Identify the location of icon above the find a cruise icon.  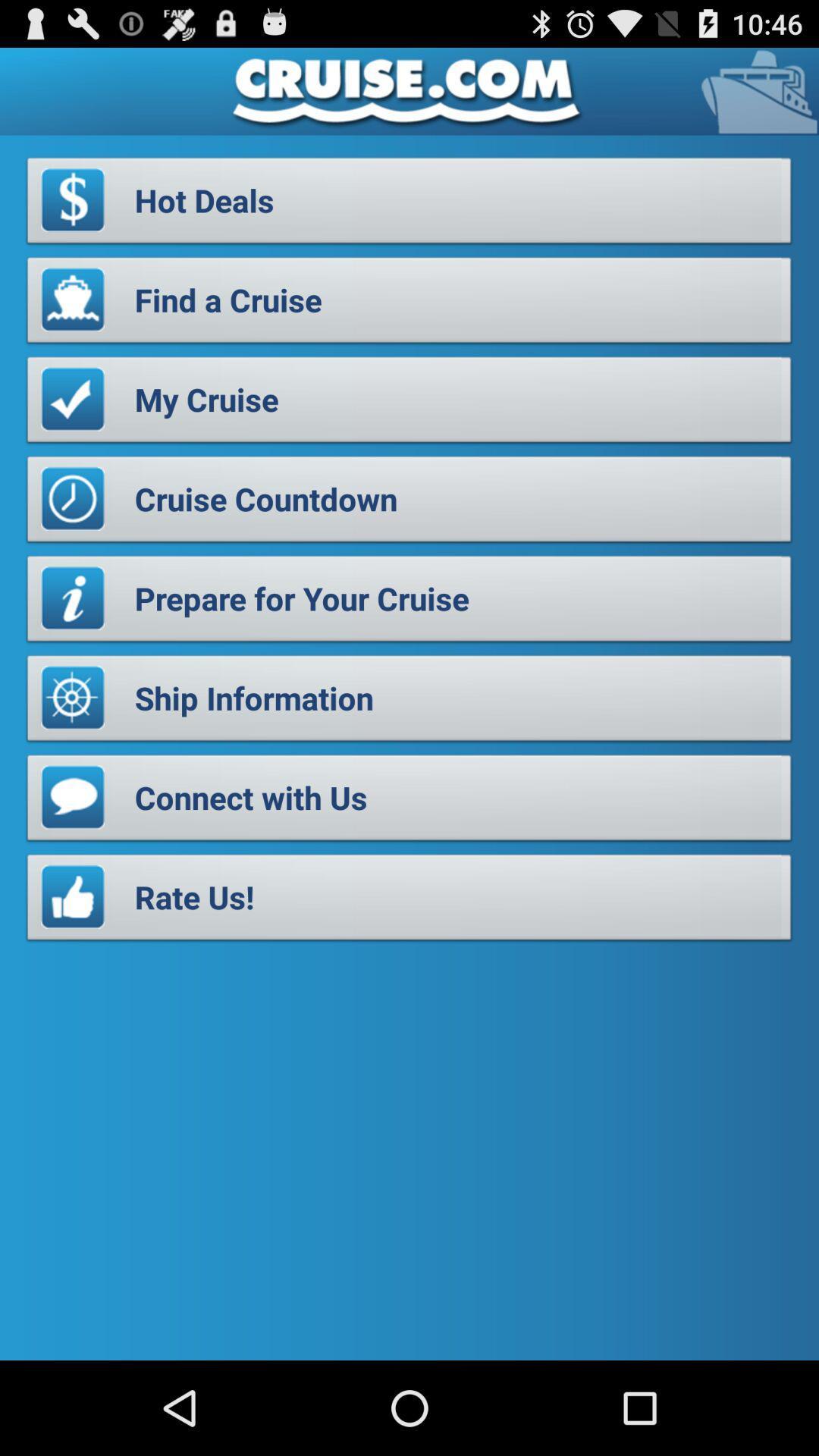
(409, 204).